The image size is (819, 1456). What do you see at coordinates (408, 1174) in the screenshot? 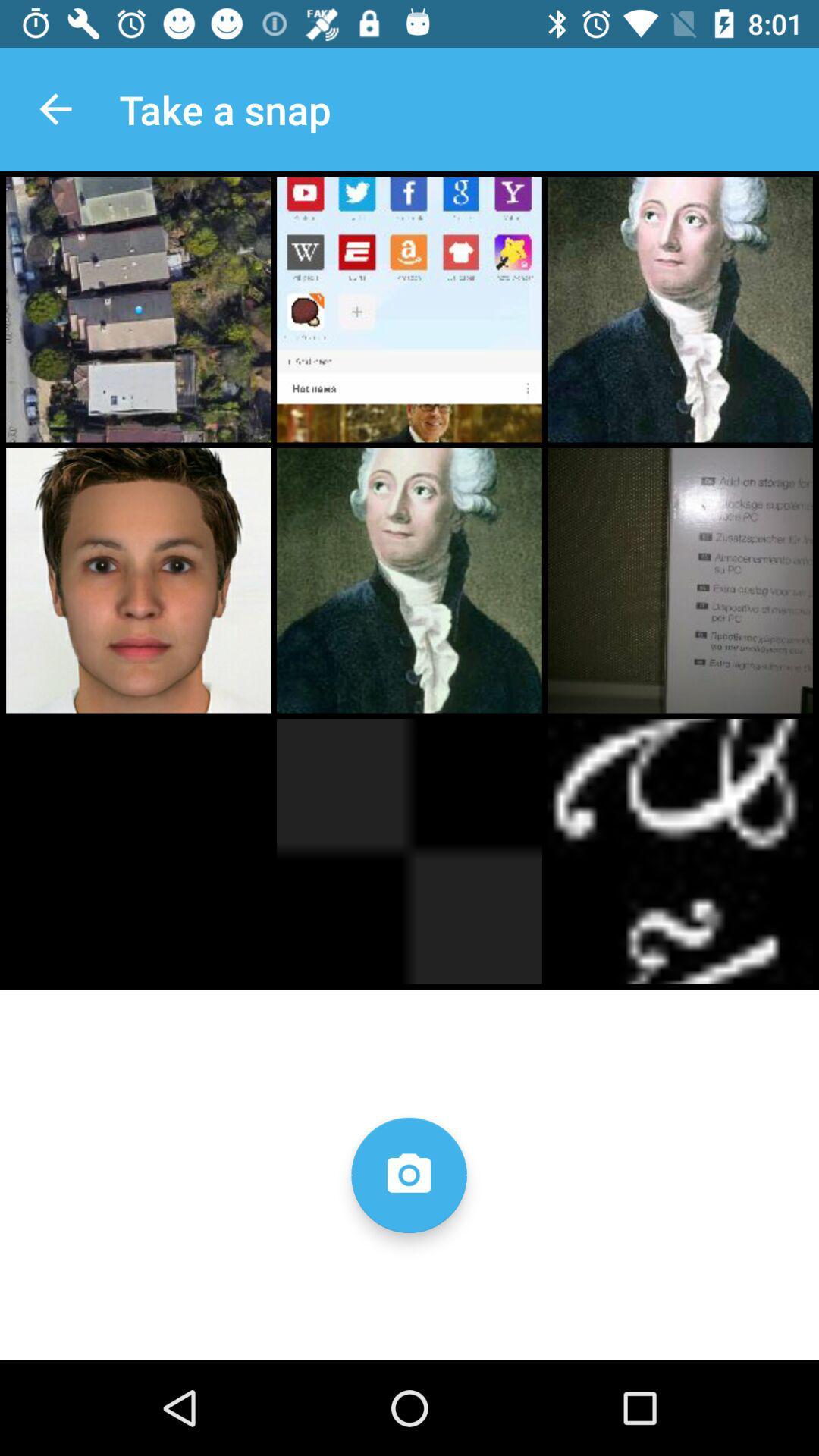
I see `take a photo` at bounding box center [408, 1174].